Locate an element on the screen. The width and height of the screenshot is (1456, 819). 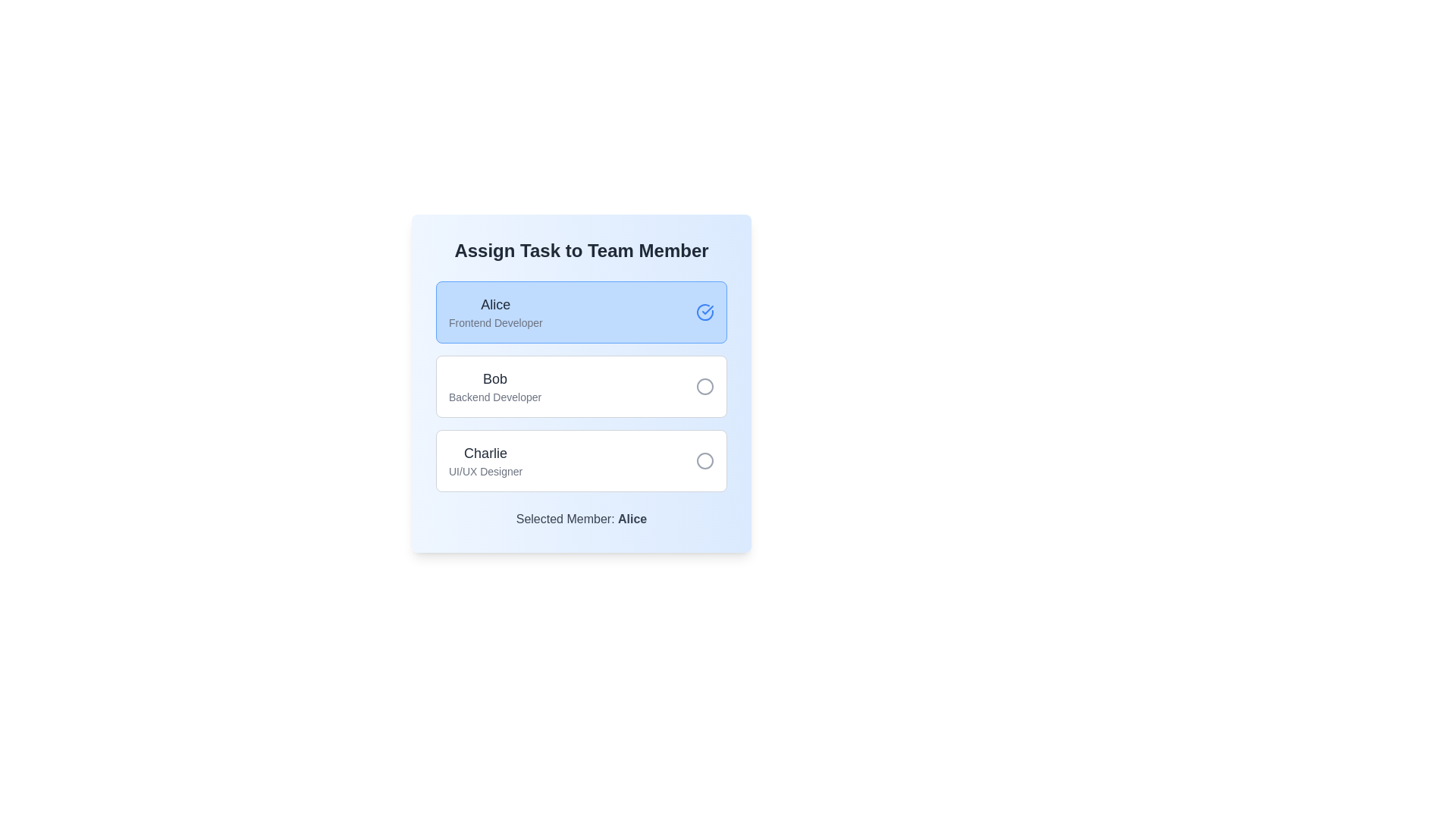
the circular radio button beside the text 'Bob Backend Developer' is located at coordinates (704, 385).